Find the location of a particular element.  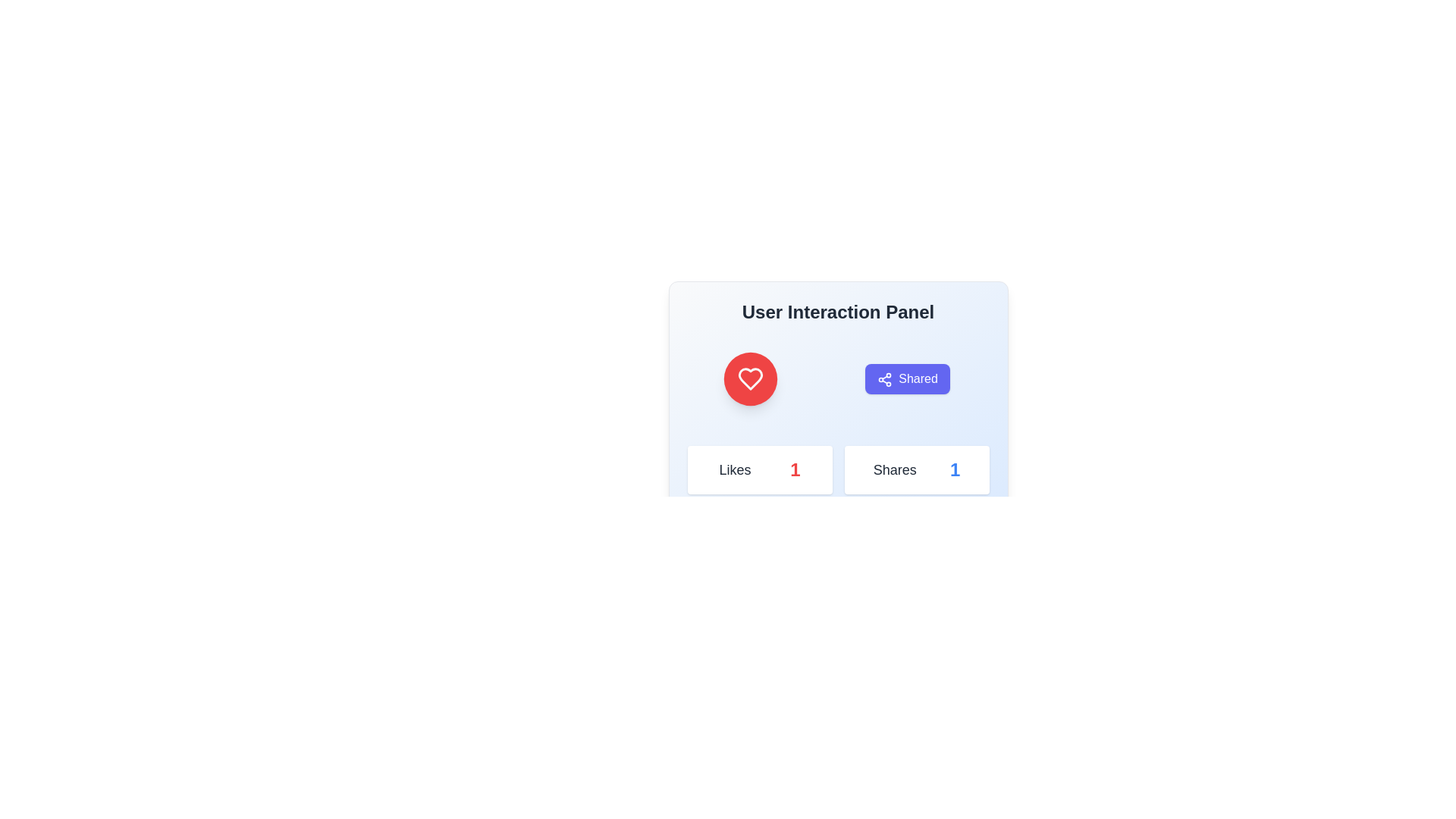

the Information display card that shows 'Likes' with a numeric value '1' in red, bold text, located below the 'User Interaction Panel' header is located at coordinates (760, 469).